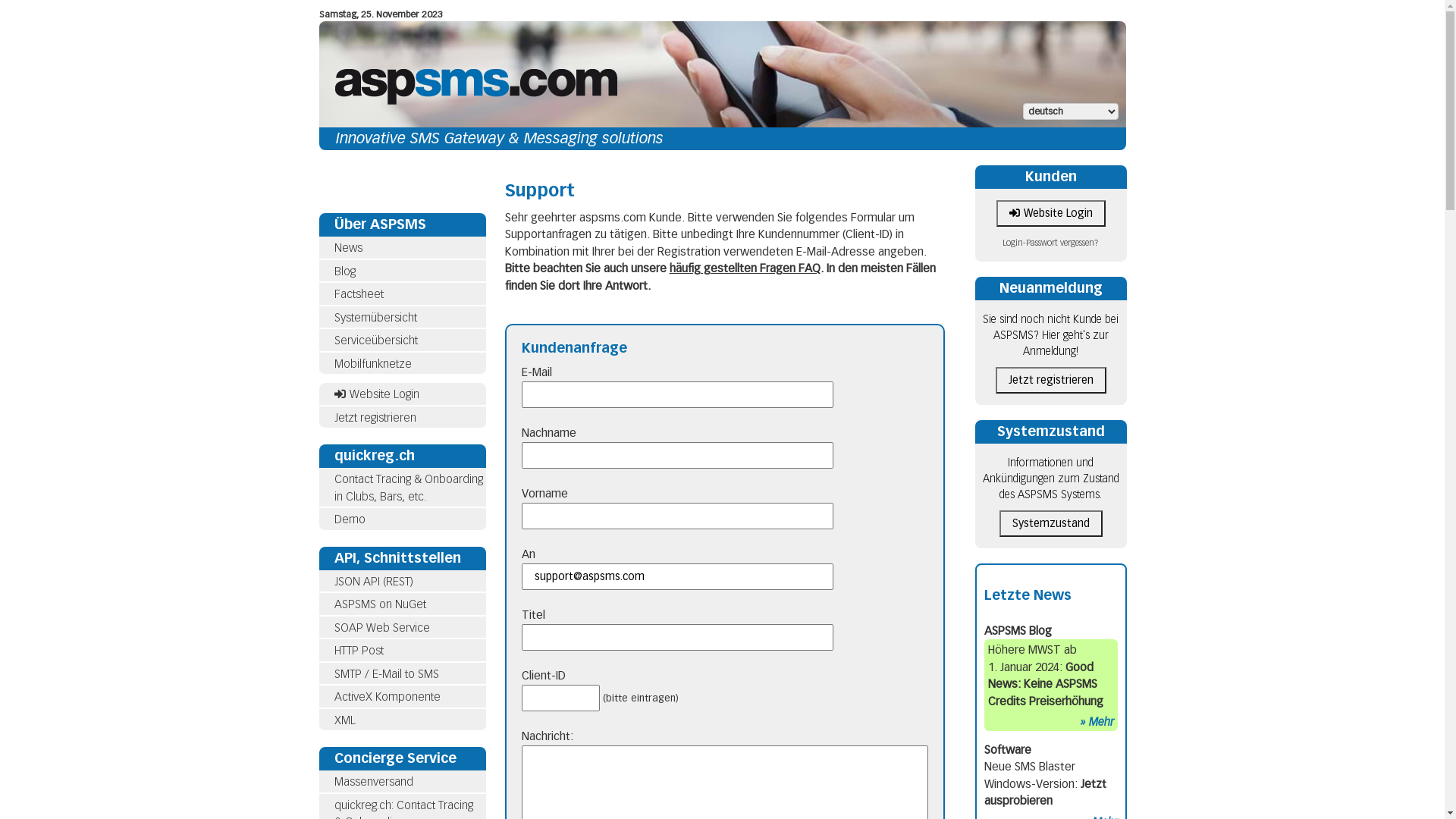  I want to click on 'ActiveX Komponente', so click(401, 697).